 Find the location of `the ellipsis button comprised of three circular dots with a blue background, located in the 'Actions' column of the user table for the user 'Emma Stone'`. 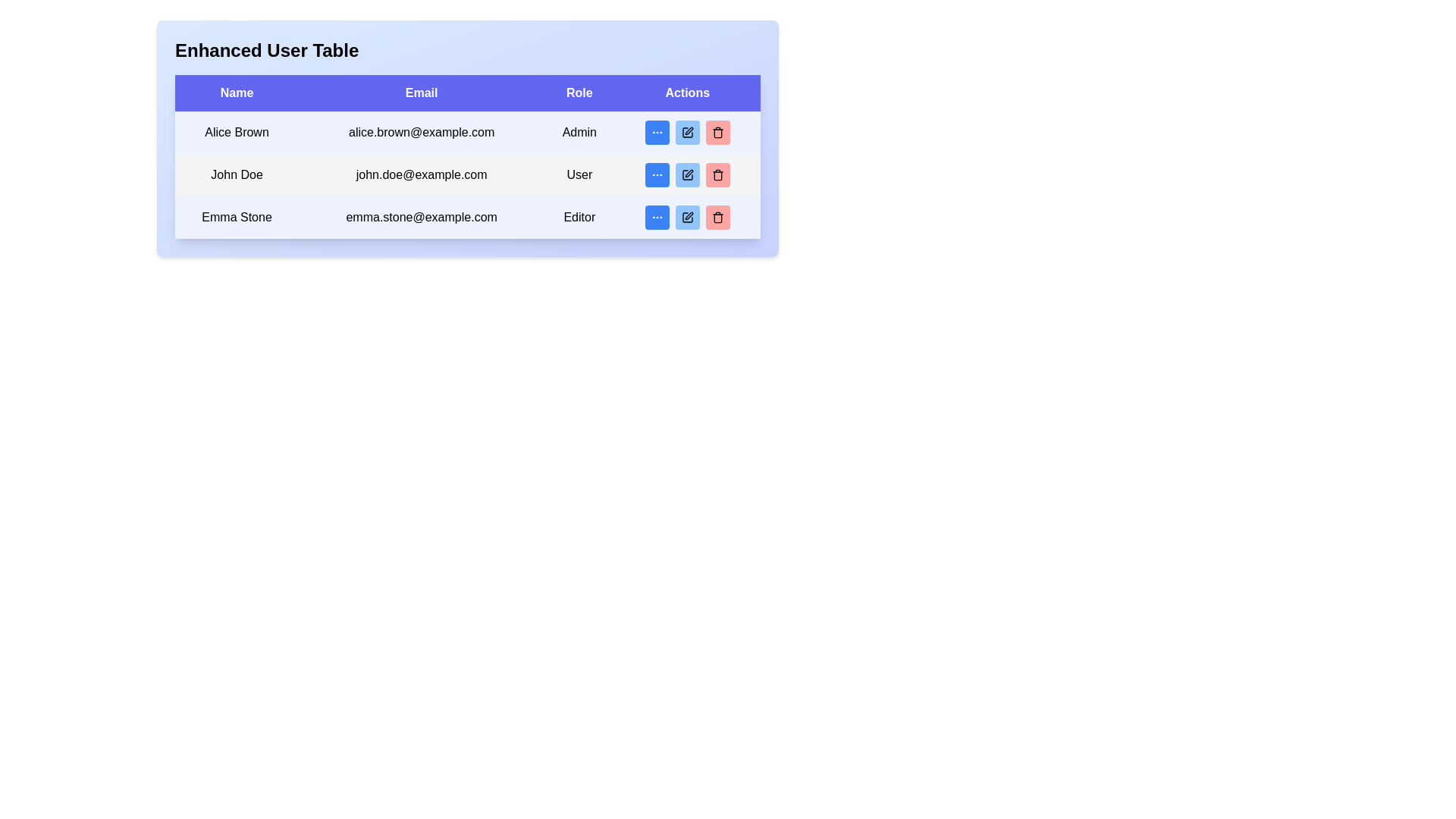

the ellipsis button comprised of three circular dots with a blue background, located in the 'Actions' column of the user table for the user 'Emma Stone' is located at coordinates (657, 217).